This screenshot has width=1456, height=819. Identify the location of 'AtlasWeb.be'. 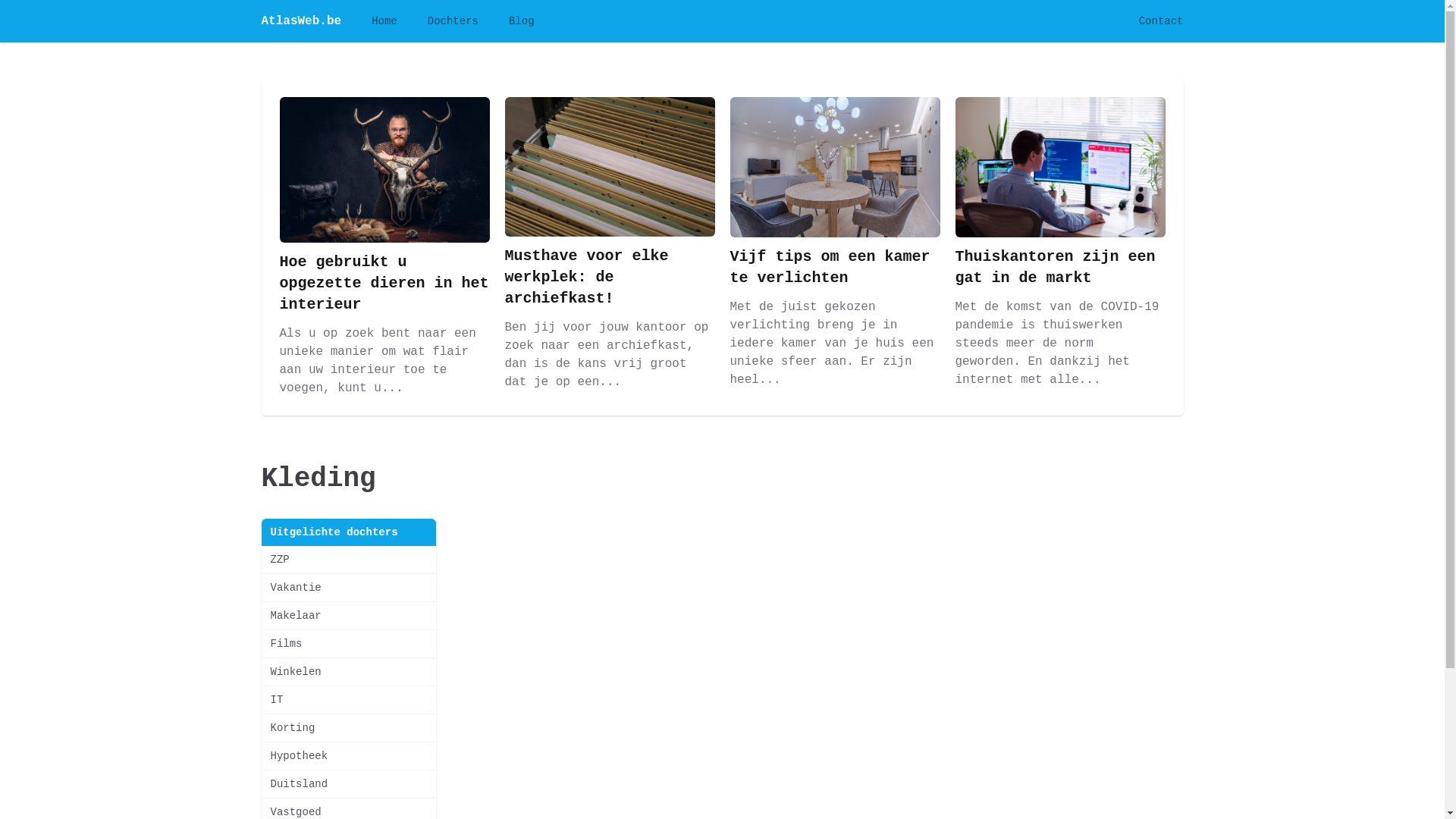
(301, 20).